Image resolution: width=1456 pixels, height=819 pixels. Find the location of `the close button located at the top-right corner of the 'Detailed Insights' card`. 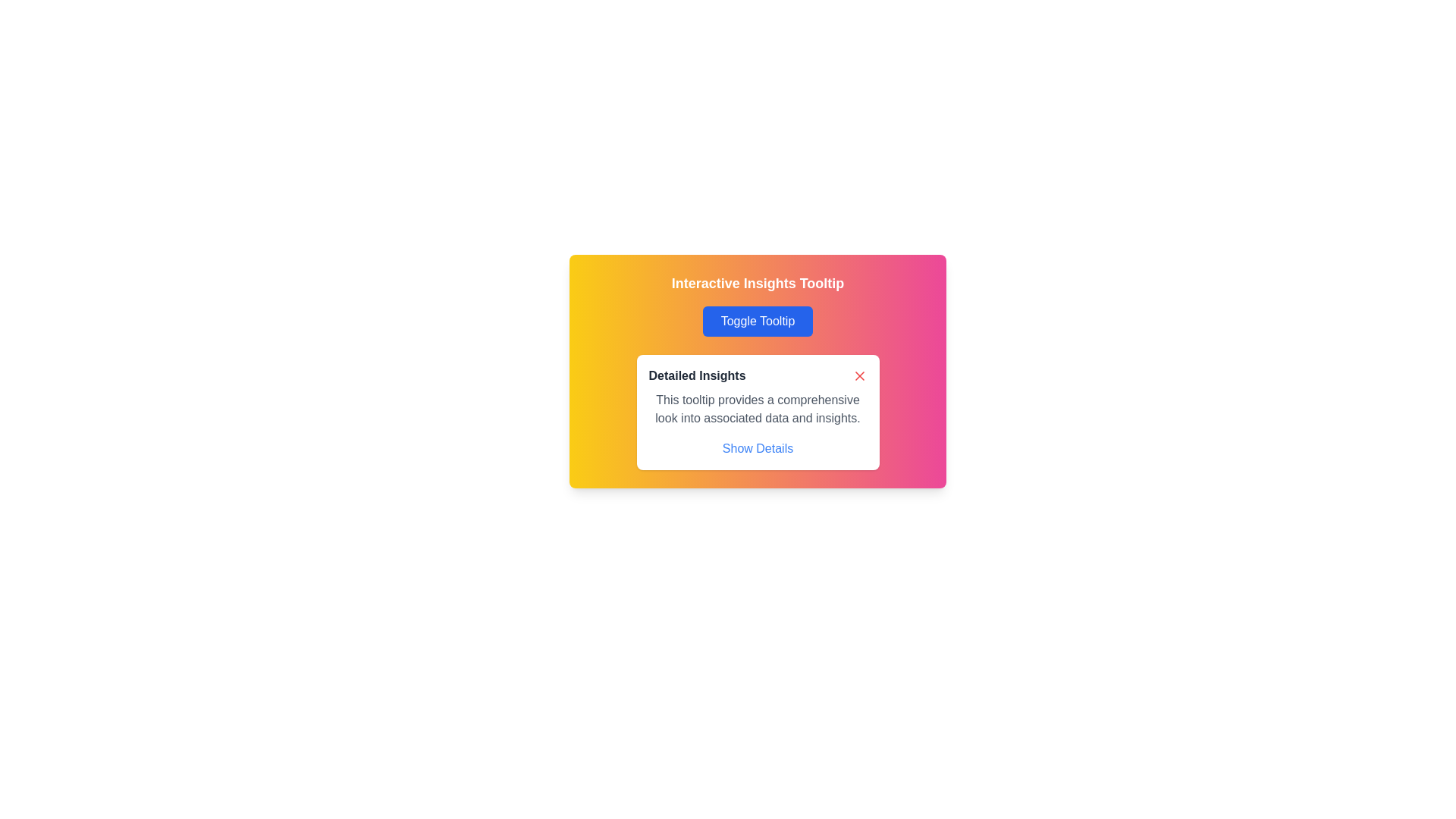

the close button located at the top-right corner of the 'Detailed Insights' card is located at coordinates (859, 375).